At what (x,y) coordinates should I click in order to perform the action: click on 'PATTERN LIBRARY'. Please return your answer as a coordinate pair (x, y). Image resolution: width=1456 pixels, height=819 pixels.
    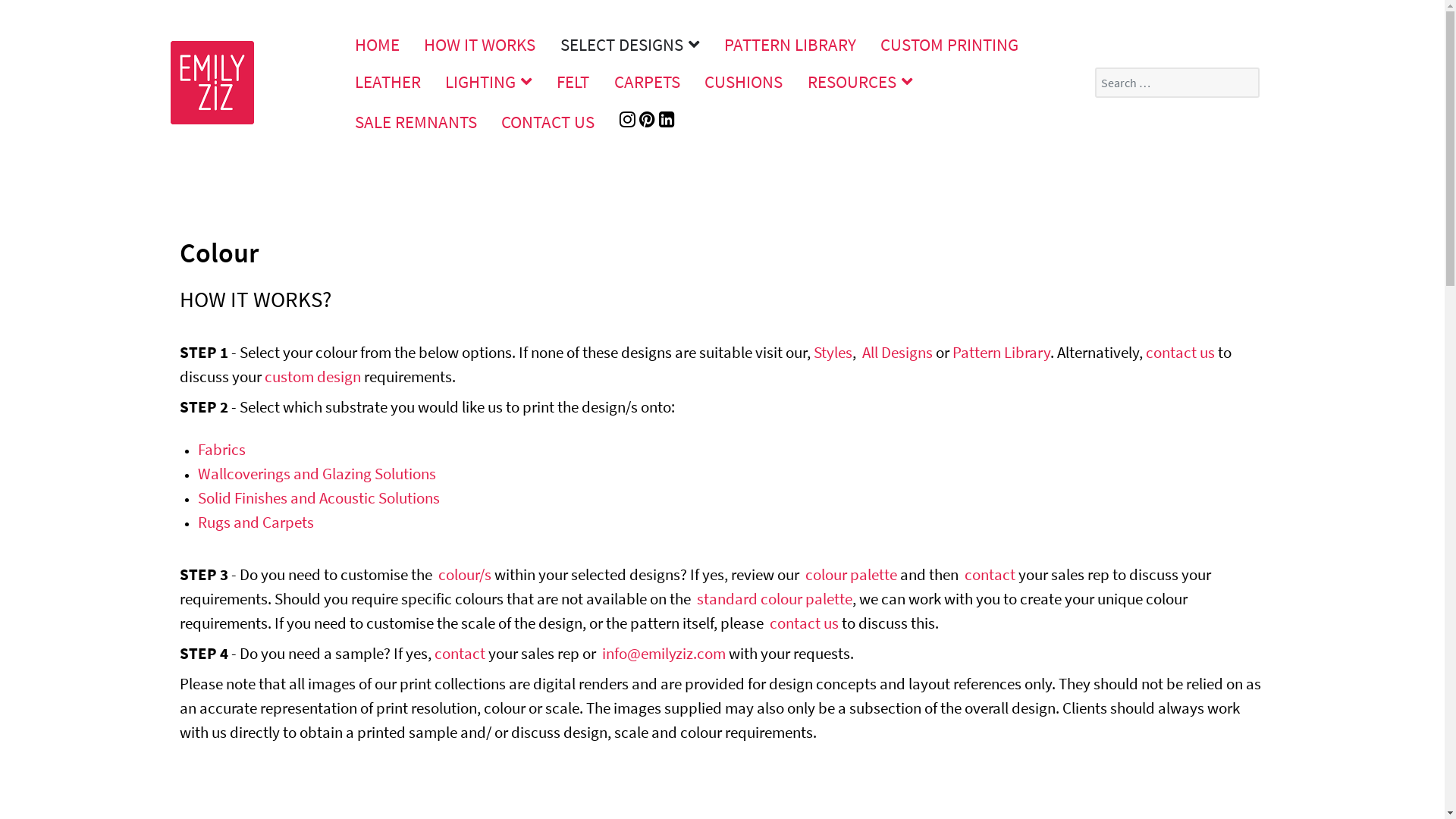
    Looking at the image, I should click on (789, 43).